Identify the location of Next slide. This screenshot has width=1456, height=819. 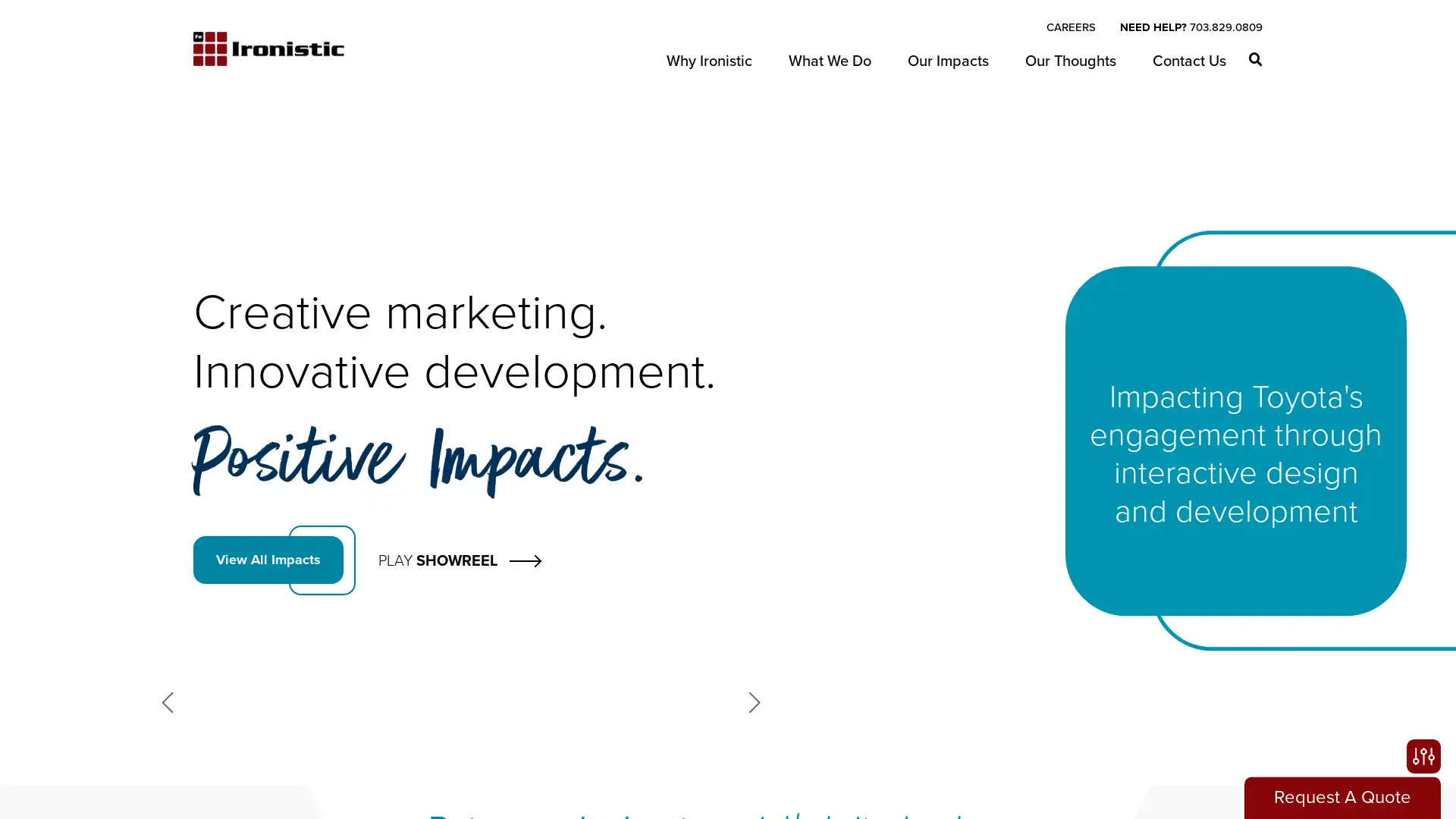
(754, 701).